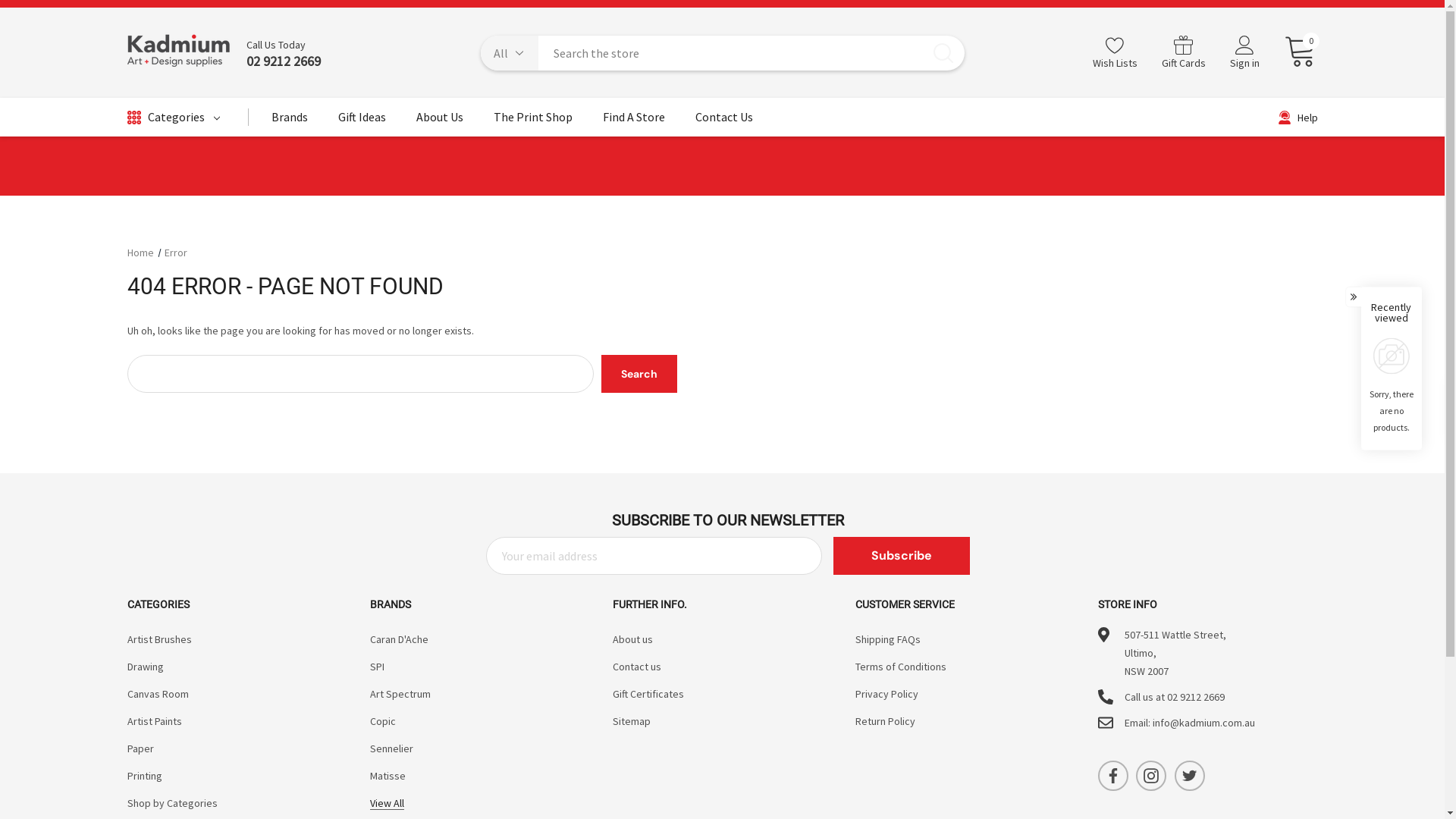  Describe the element at coordinates (1079, 52) in the screenshot. I see `'Wish Lists'` at that location.